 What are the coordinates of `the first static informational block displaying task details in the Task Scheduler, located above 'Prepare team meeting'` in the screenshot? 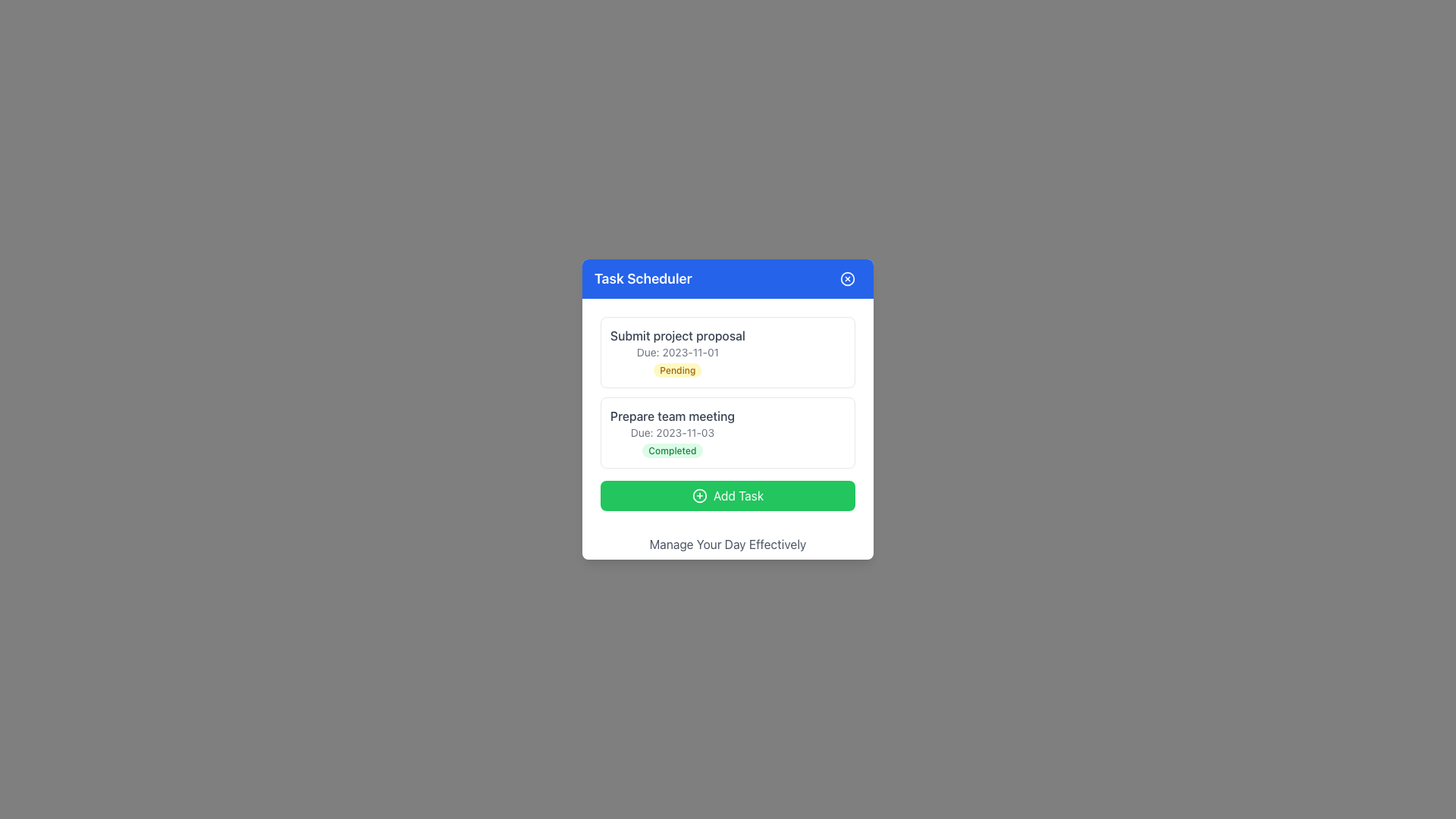 It's located at (676, 353).